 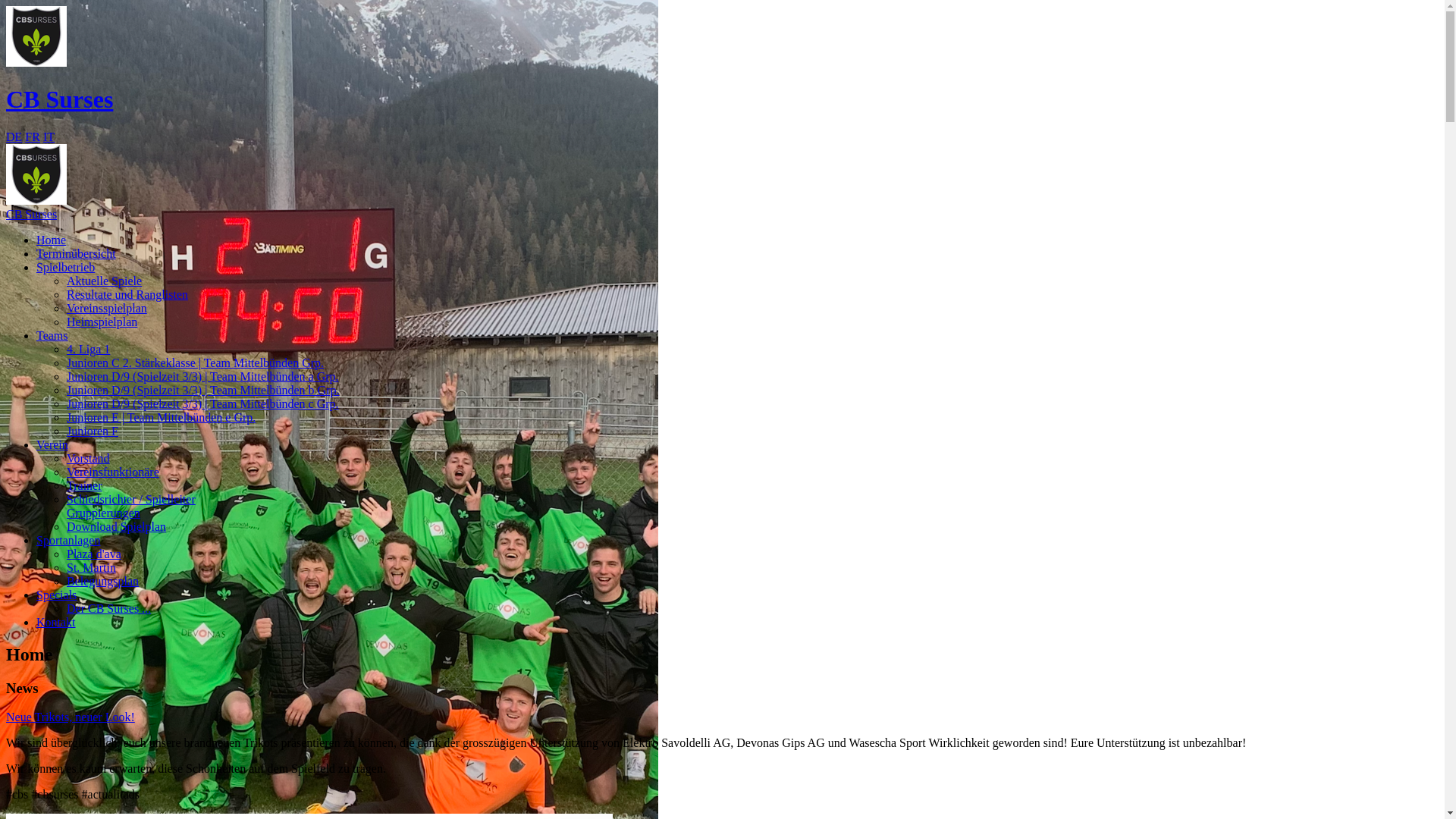 What do you see at coordinates (65, 567) in the screenshot?
I see `'St. Martin'` at bounding box center [65, 567].